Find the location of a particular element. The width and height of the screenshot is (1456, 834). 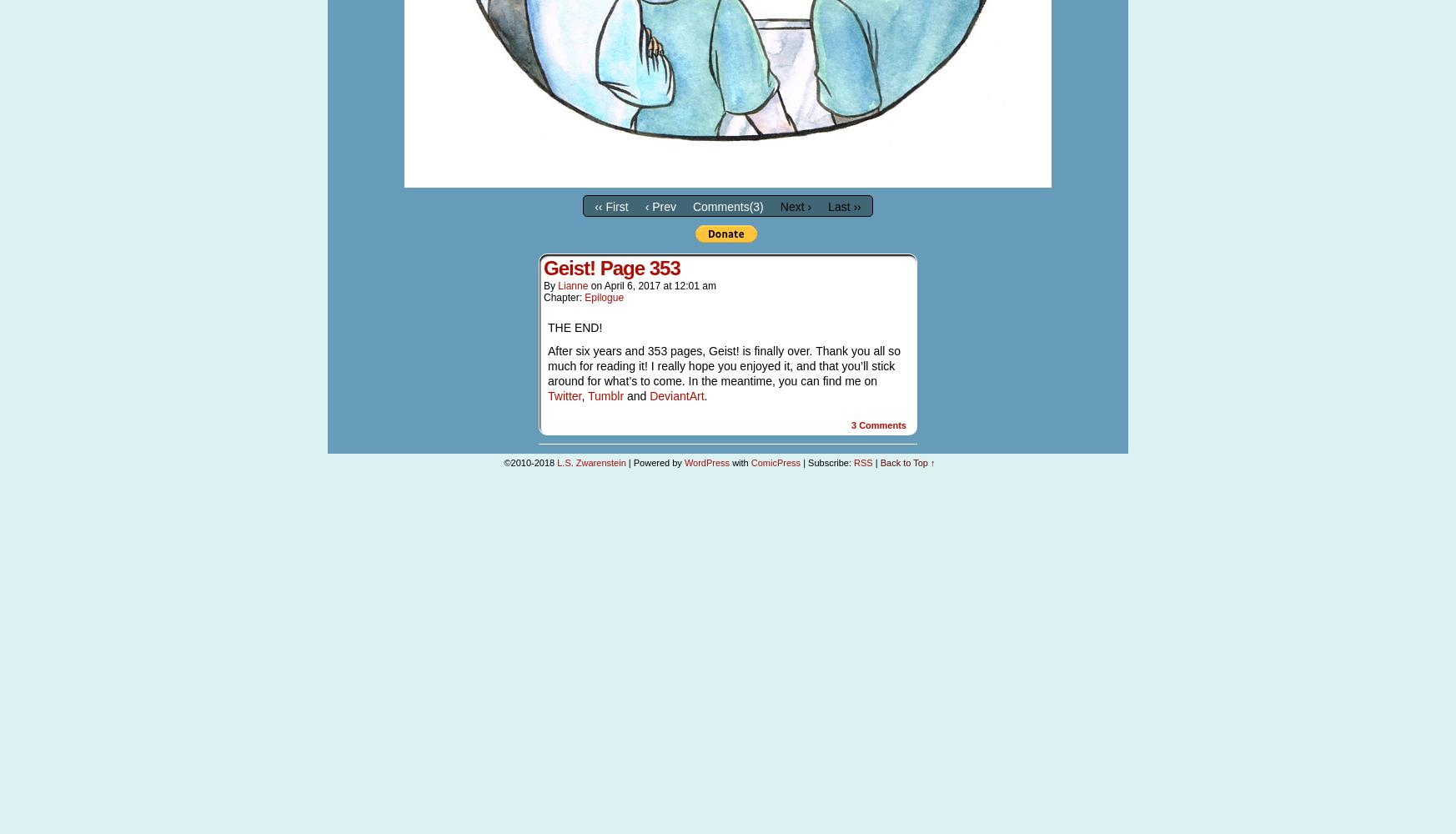

'‹ Prev' is located at coordinates (660, 205).